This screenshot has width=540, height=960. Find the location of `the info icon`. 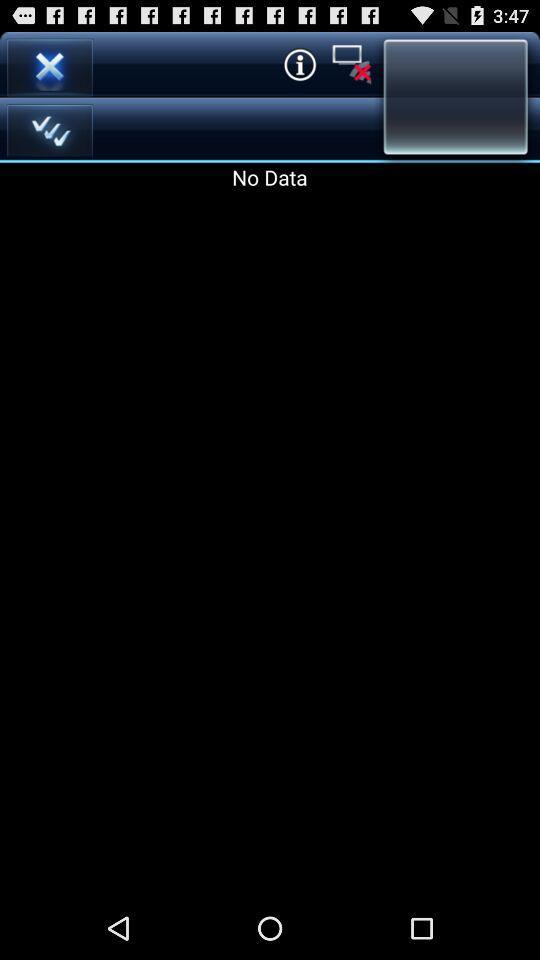

the info icon is located at coordinates (298, 68).